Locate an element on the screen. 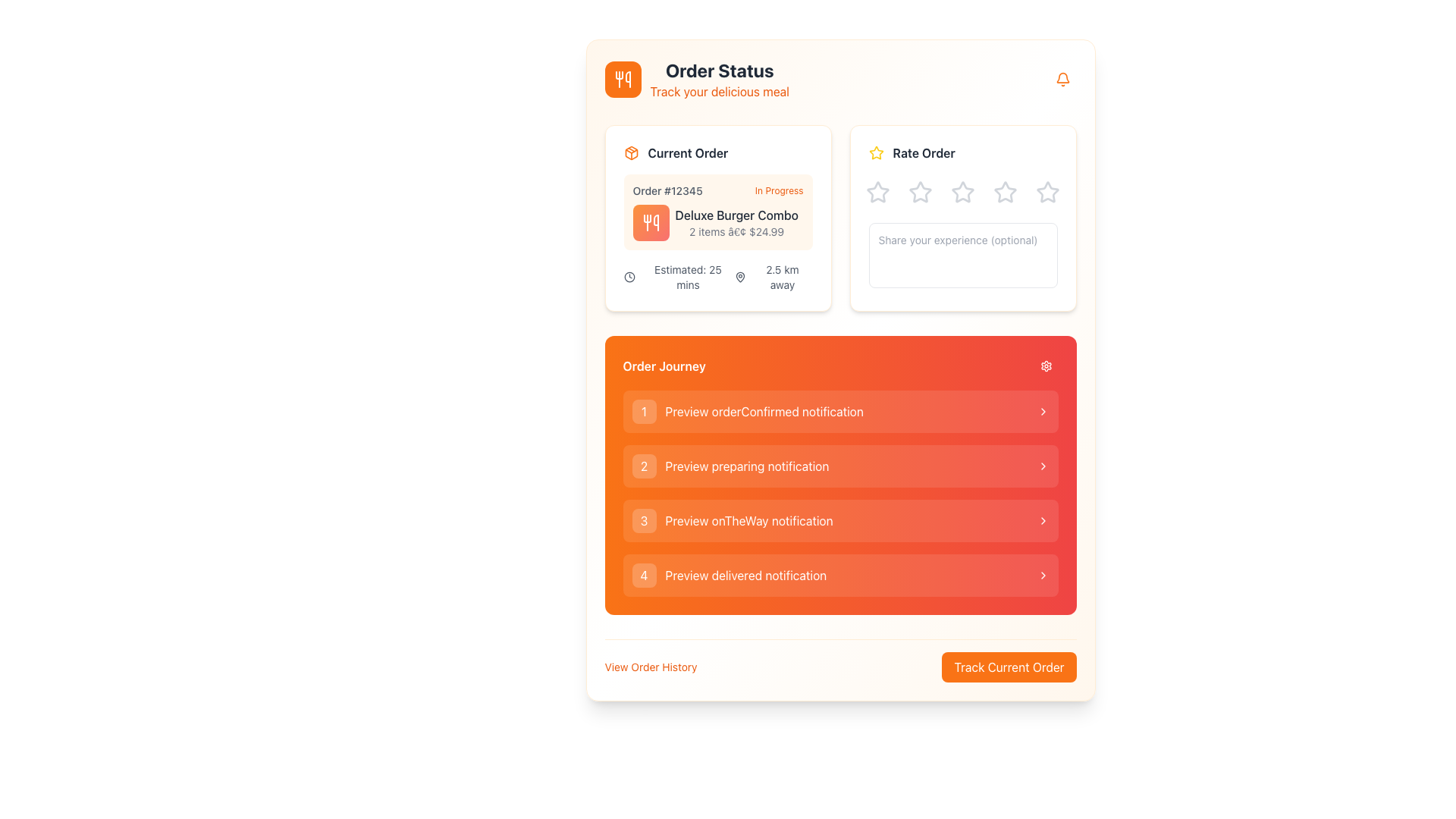 This screenshot has width=1456, height=819. the chevron icon located at the far right end of the second item in the 'Order Journey' section, adjacent to the 'Preview preparing notification' label is located at coordinates (1042, 465).